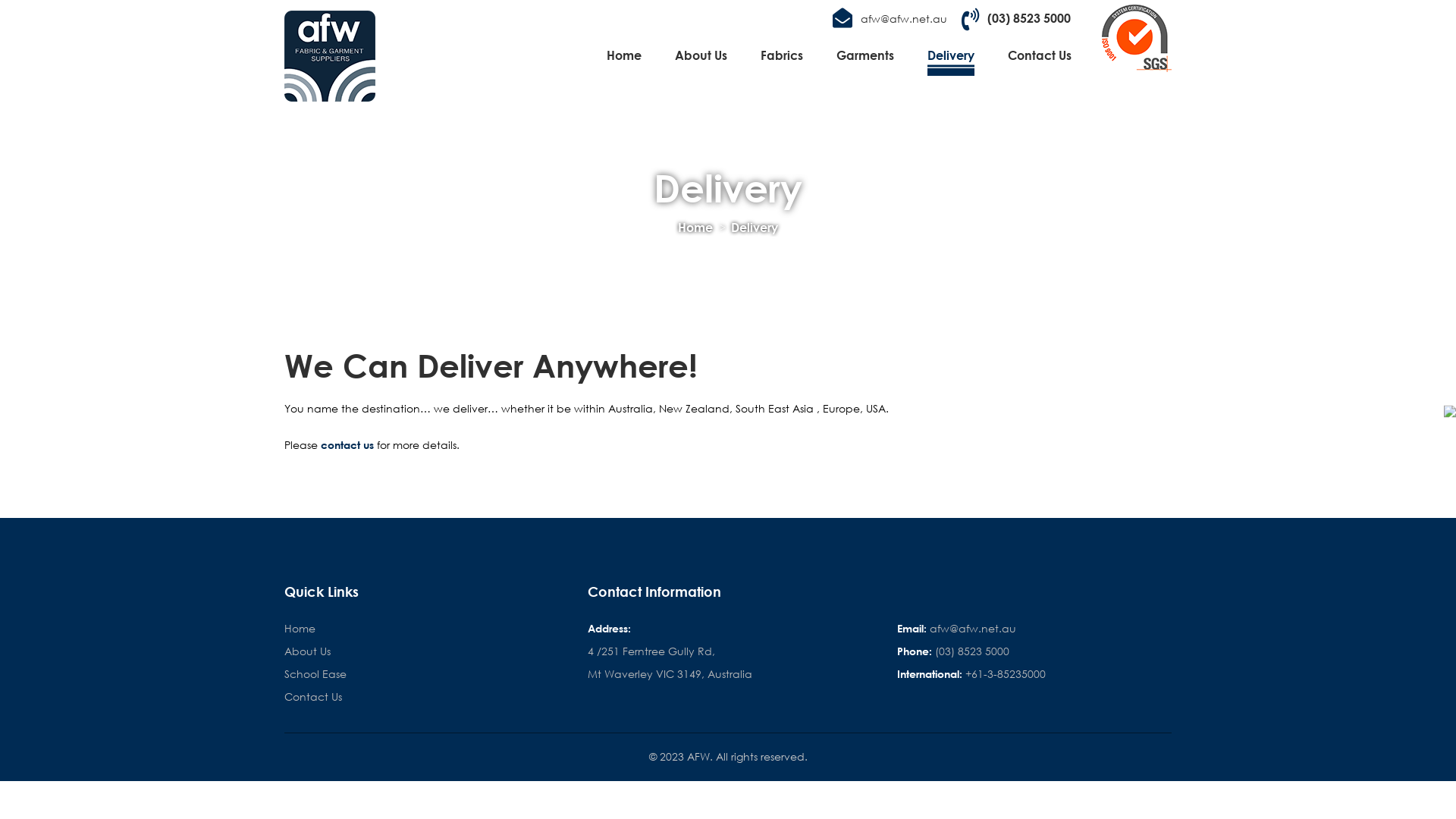  What do you see at coordinates (890, 19) in the screenshot?
I see `'afw@afw.net.au'` at bounding box center [890, 19].